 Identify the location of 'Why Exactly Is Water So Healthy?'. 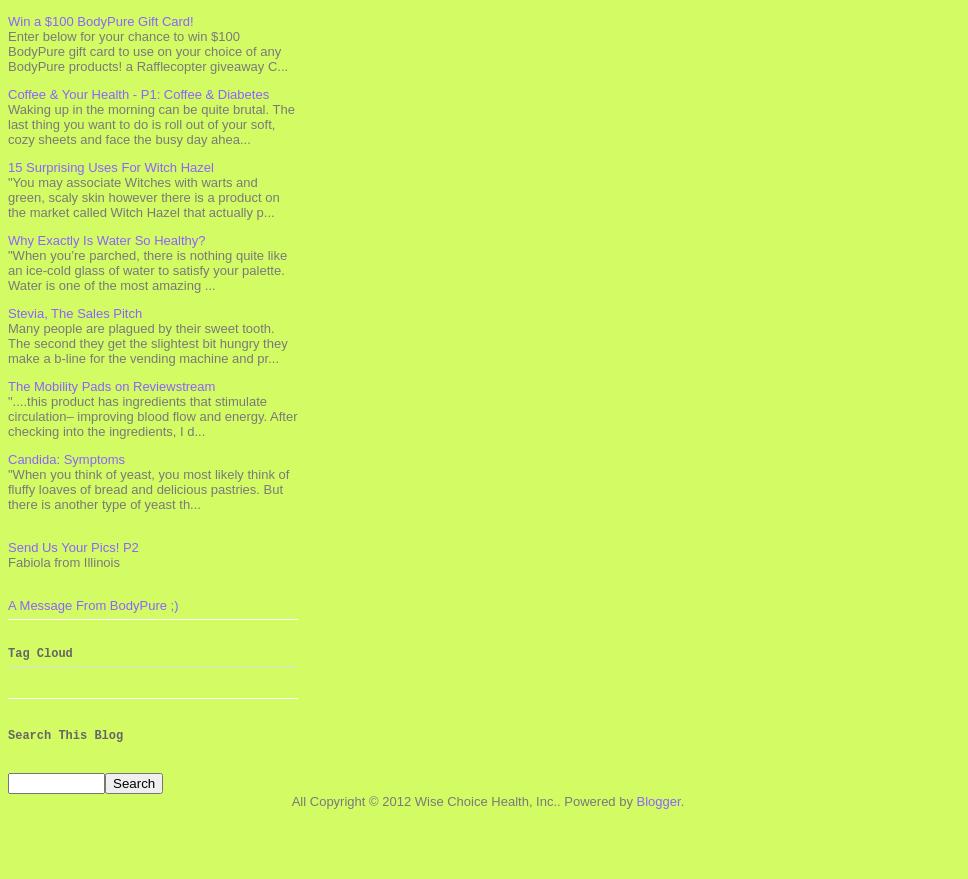
(106, 239).